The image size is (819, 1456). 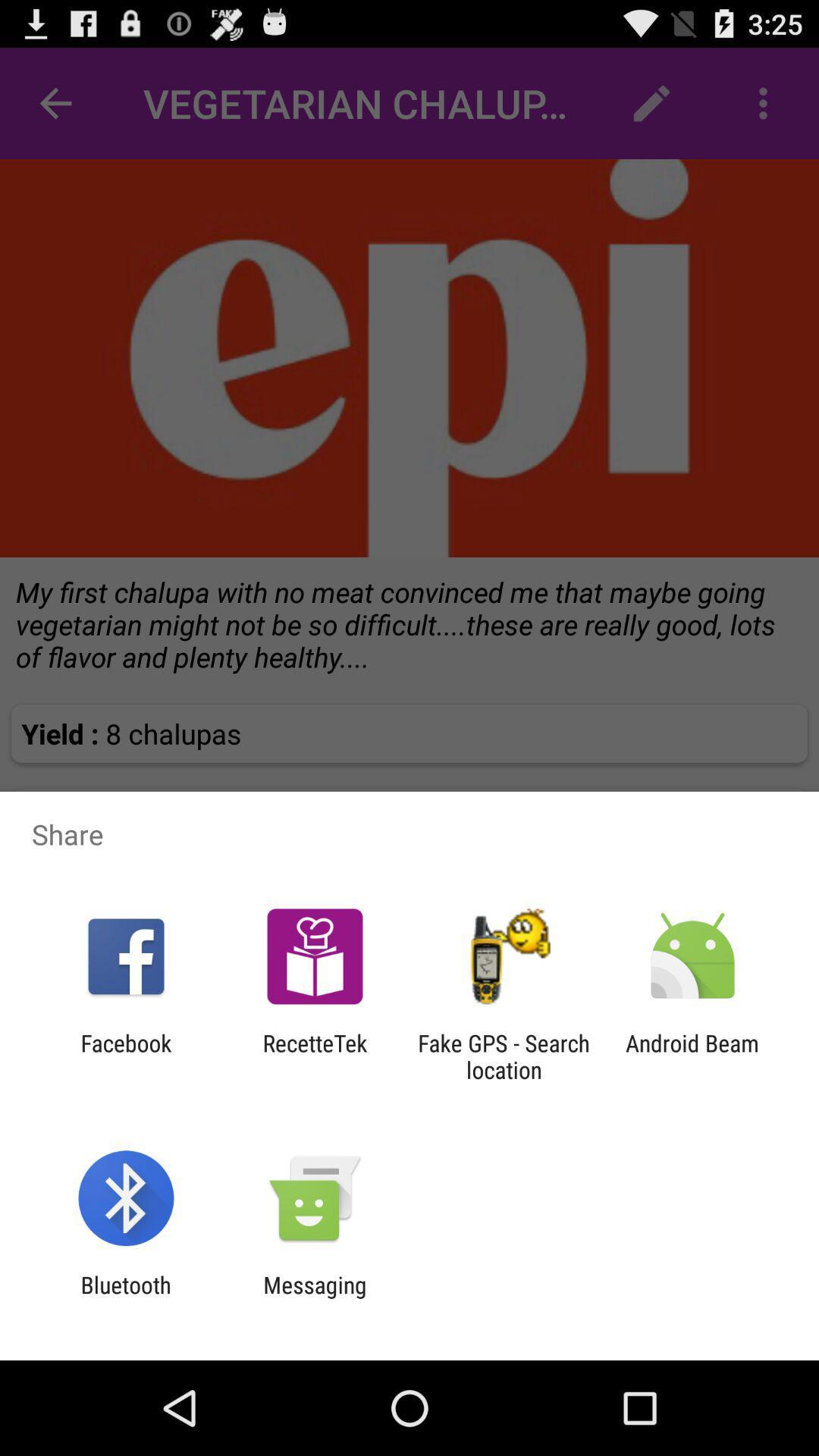 What do you see at coordinates (692, 1056) in the screenshot?
I see `android beam app` at bounding box center [692, 1056].